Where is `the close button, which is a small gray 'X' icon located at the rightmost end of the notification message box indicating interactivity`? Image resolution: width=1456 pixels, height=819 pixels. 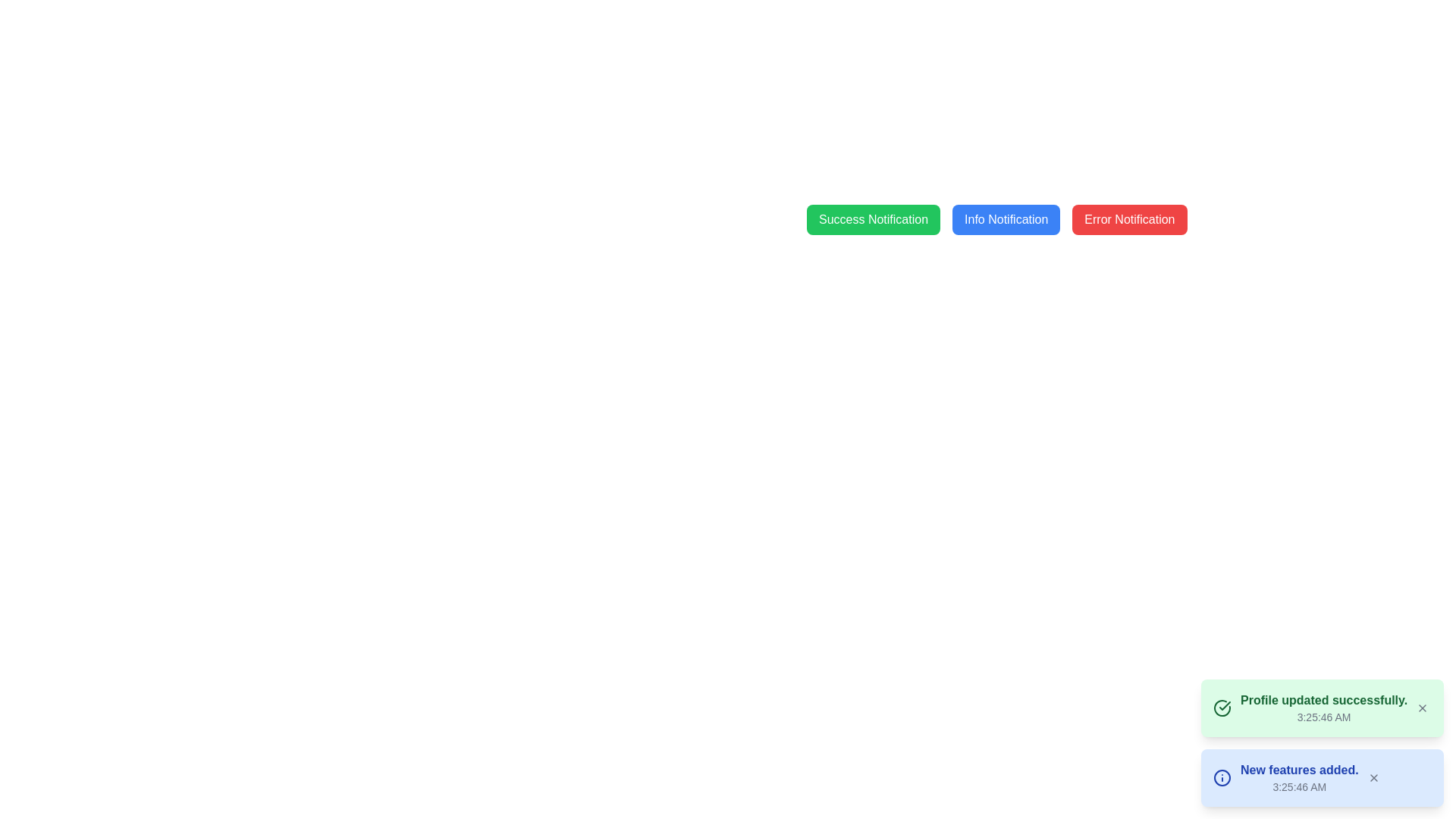 the close button, which is a small gray 'X' icon located at the rightmost end of the notification message box indicating interactivity is located at coordinates (1422, 708).